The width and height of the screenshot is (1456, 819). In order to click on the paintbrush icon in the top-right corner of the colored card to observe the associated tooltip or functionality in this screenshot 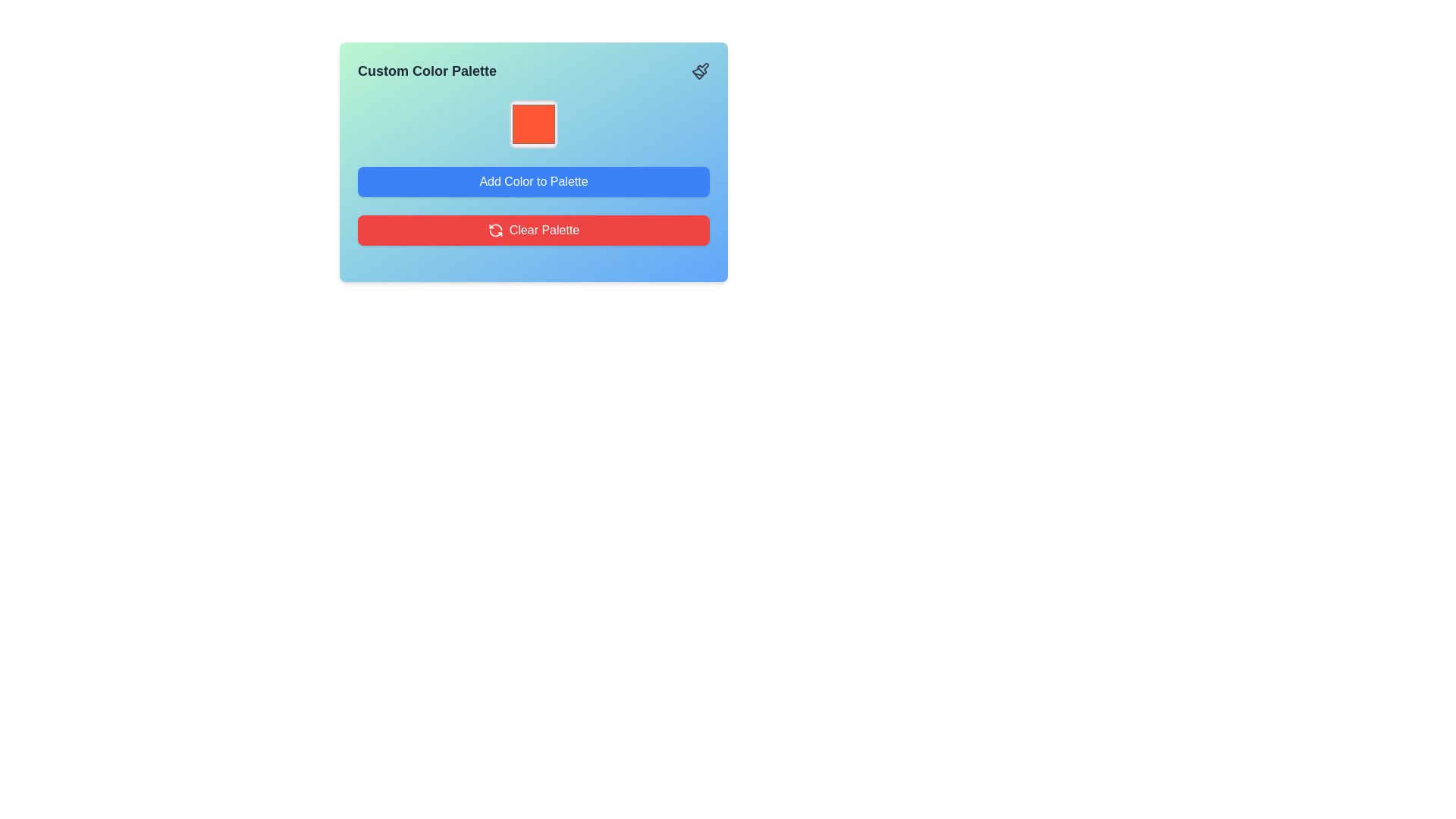, I will do `click(702, 68)`.